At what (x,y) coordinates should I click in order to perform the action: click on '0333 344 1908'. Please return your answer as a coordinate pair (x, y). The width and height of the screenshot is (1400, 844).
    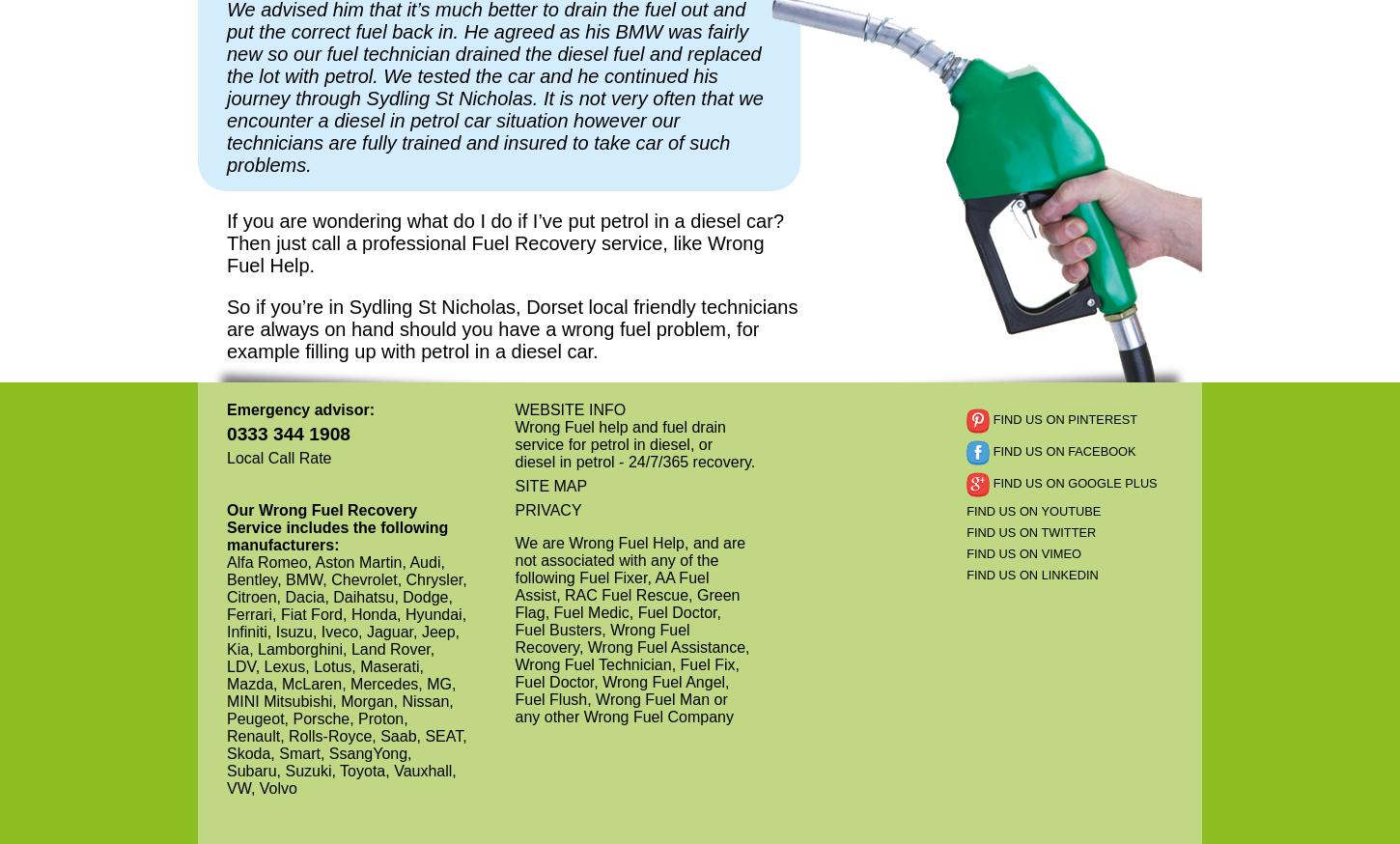
    Looking at the image, I should click on (288, 432).